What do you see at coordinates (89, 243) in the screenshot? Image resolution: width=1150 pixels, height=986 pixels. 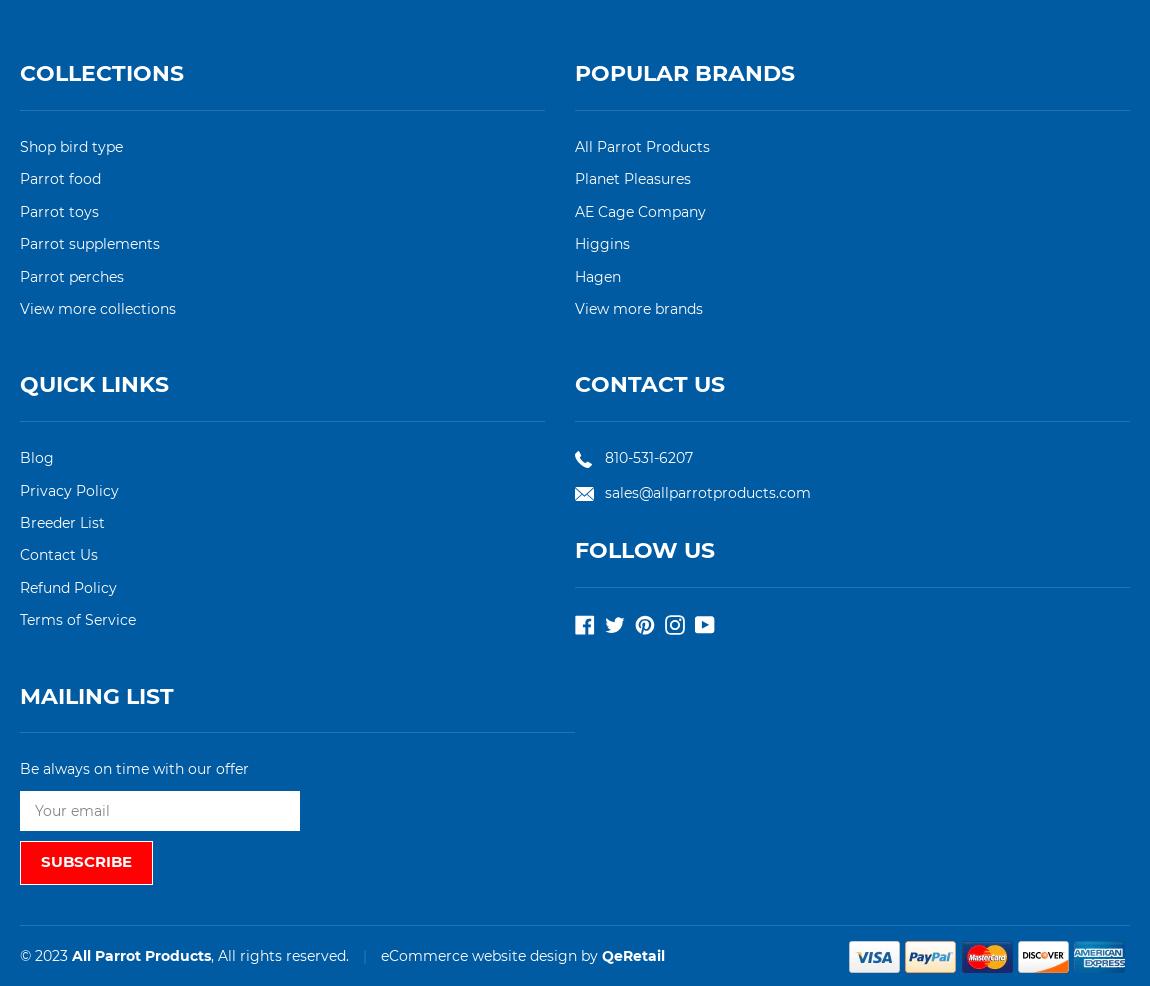 I see `'Parrot supplements'` at bounding box center [89, 243].